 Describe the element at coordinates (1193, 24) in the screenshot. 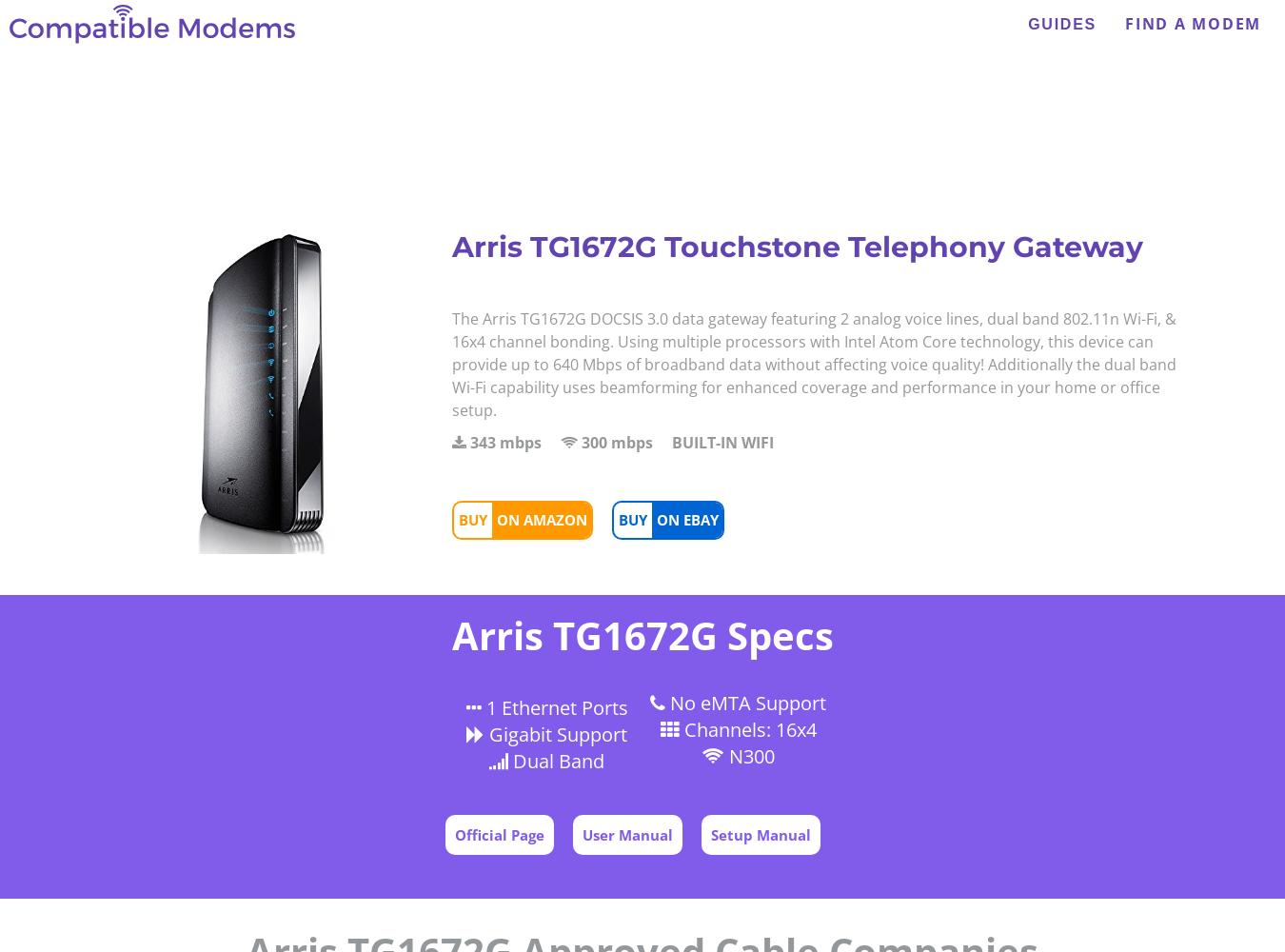

I see `'Find a Modem'` at that location.